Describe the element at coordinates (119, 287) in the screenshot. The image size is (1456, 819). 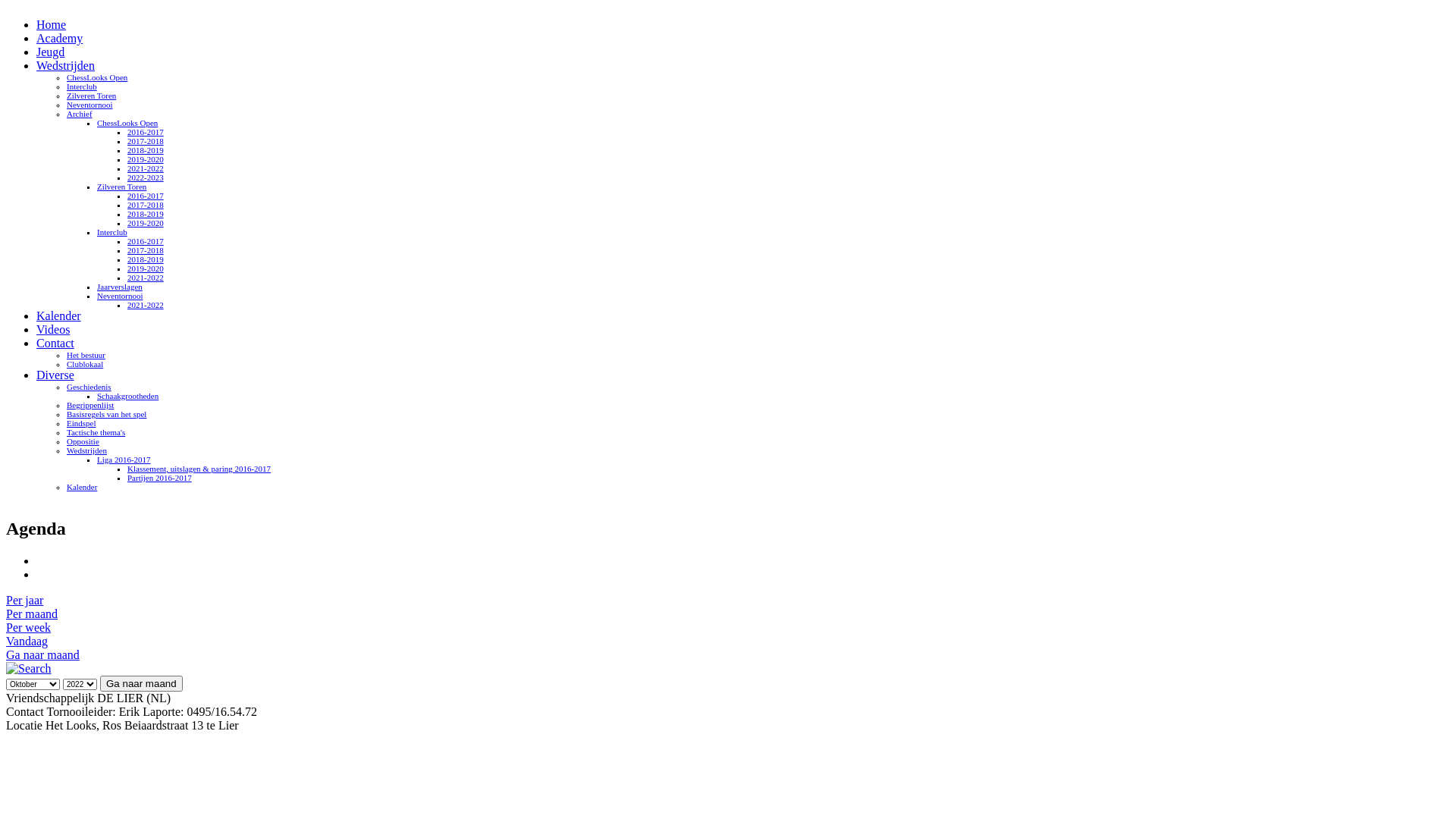
I see `'Jaarverslagen'` at that location.